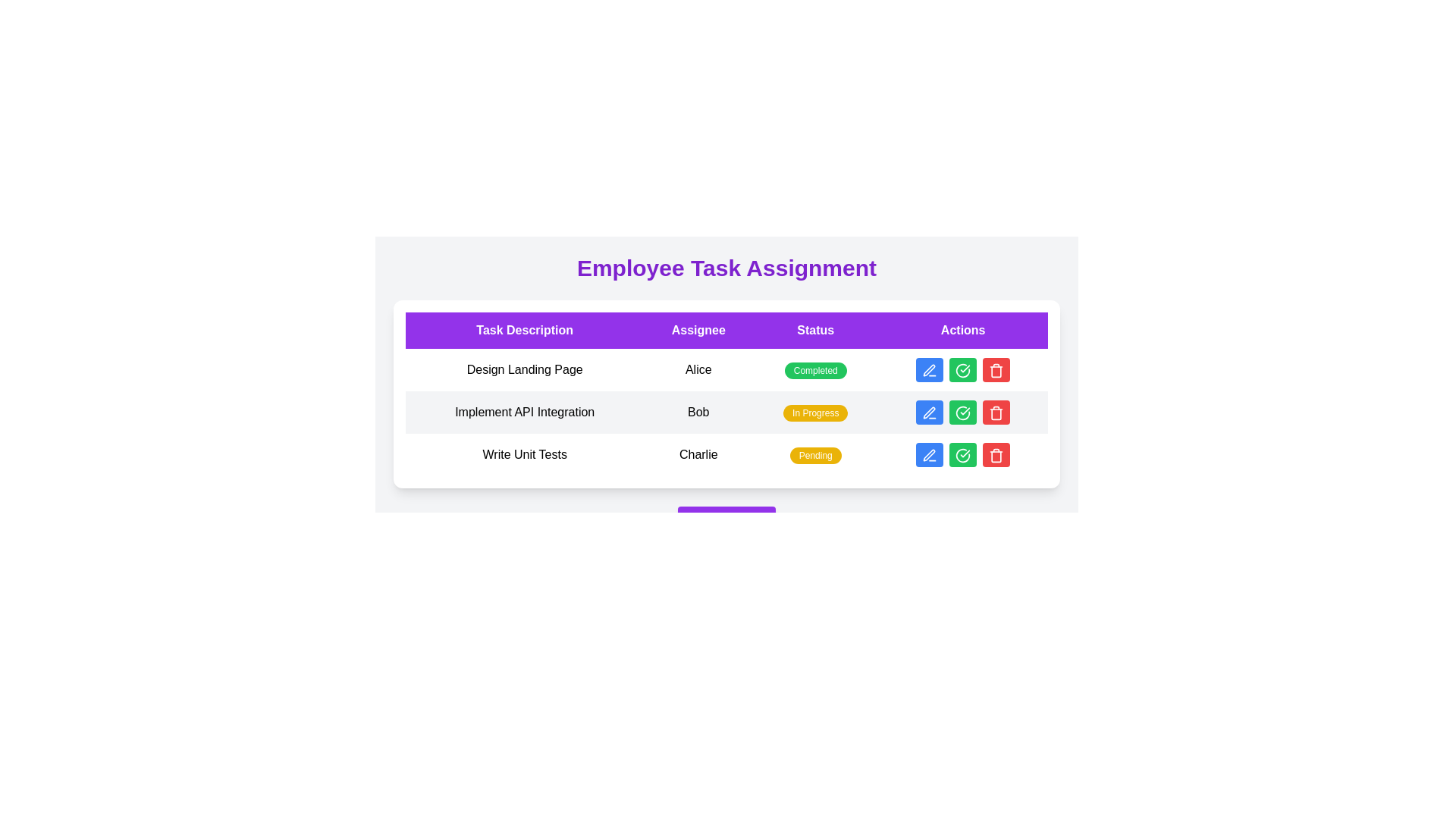  What do you see at coordinates (814, 412) in the screenshot?
I see `text displayed on the 'Status' badge indicating the current status of the 'Implement API Integration' task in the second row of the table` at bounding box center [814, 412].